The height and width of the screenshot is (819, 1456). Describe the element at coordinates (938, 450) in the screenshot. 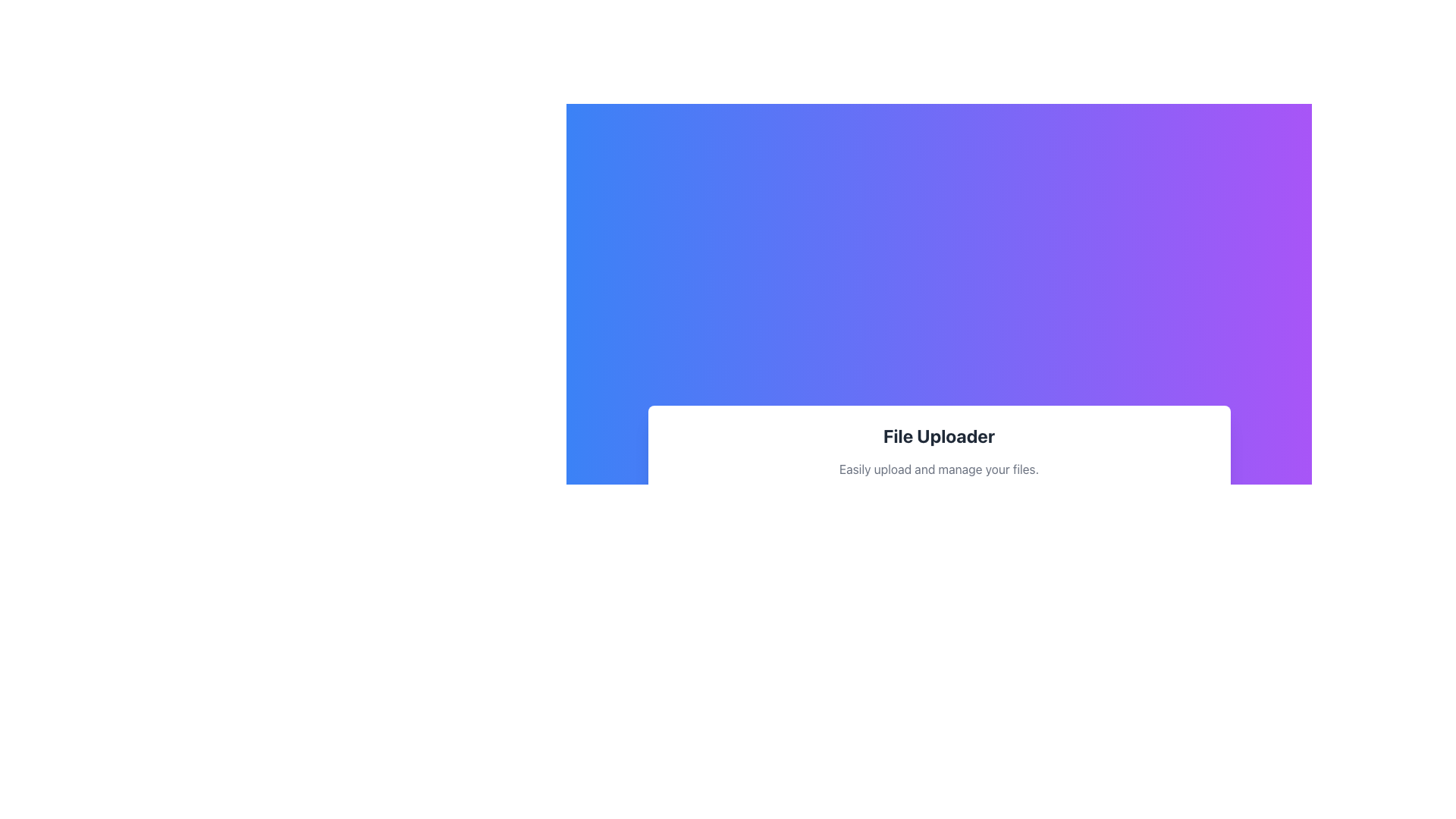

I see `information displayed on the Textual Content Block titled 'File Uploader', which includes the description 'Easily upload and manage your files.'` at that location.